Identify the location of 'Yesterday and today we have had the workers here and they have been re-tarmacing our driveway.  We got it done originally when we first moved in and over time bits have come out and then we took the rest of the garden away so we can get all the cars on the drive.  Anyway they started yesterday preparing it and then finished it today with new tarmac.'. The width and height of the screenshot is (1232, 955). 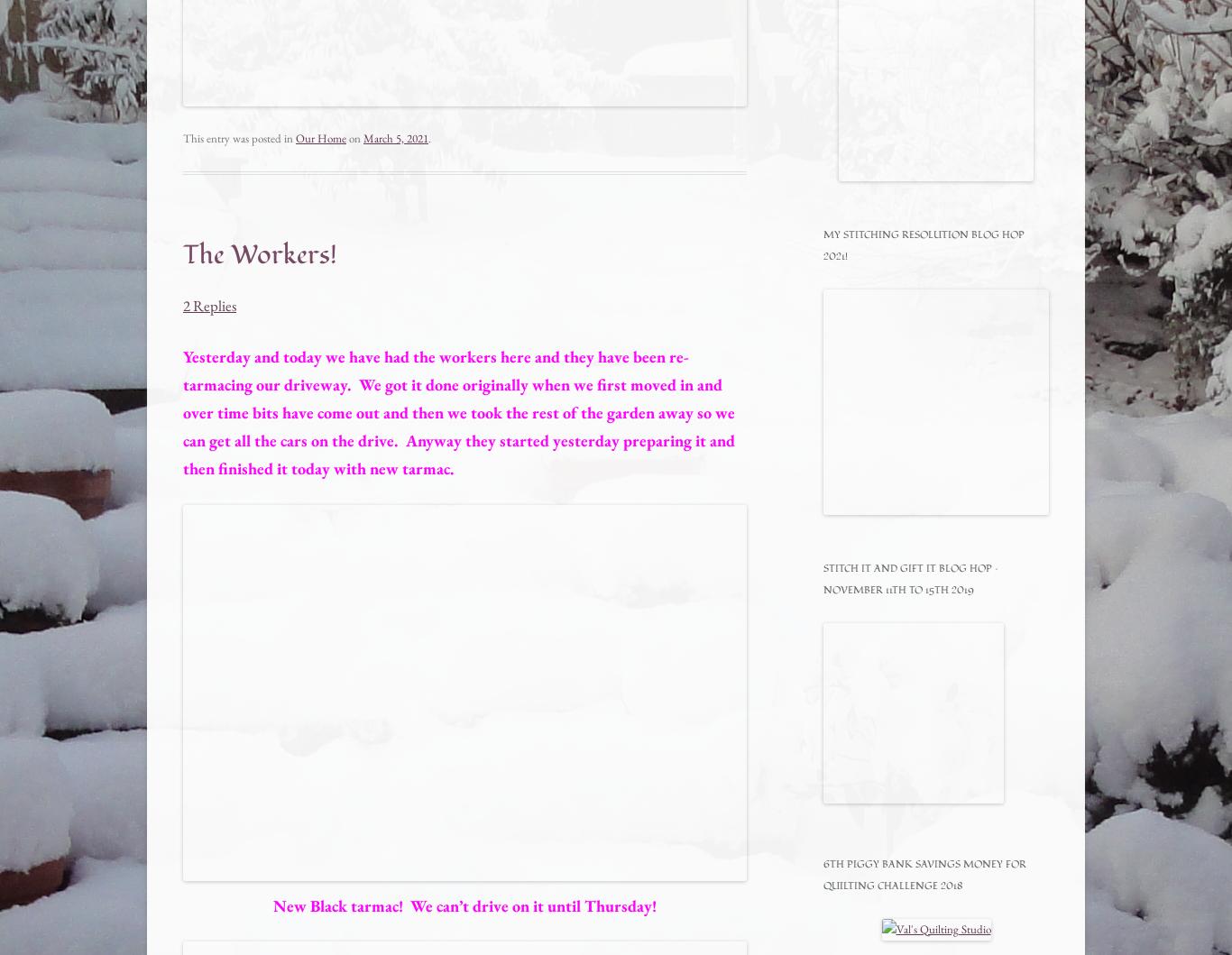
(458, 411).